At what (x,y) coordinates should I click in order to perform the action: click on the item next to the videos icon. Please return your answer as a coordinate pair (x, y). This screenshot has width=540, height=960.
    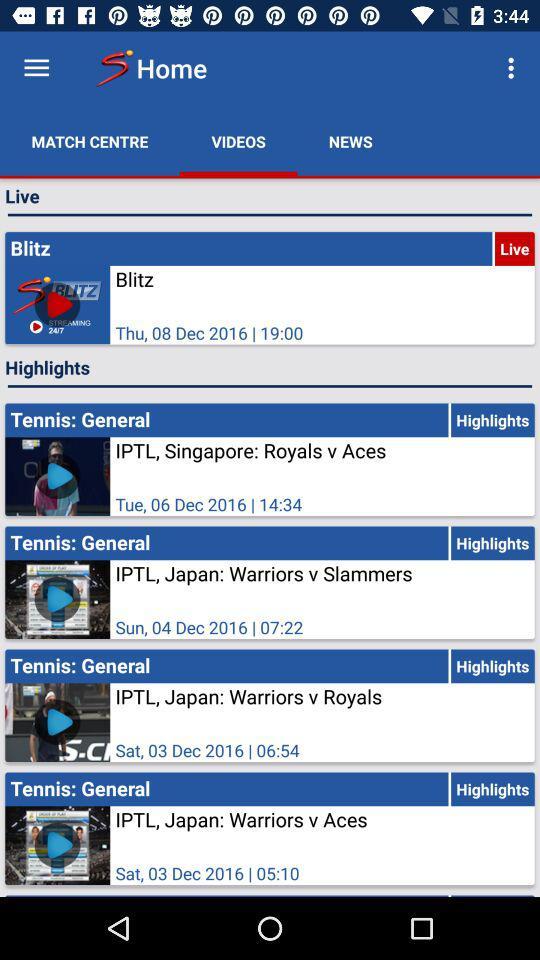
    Looking at the image, I should click on (349, 140).